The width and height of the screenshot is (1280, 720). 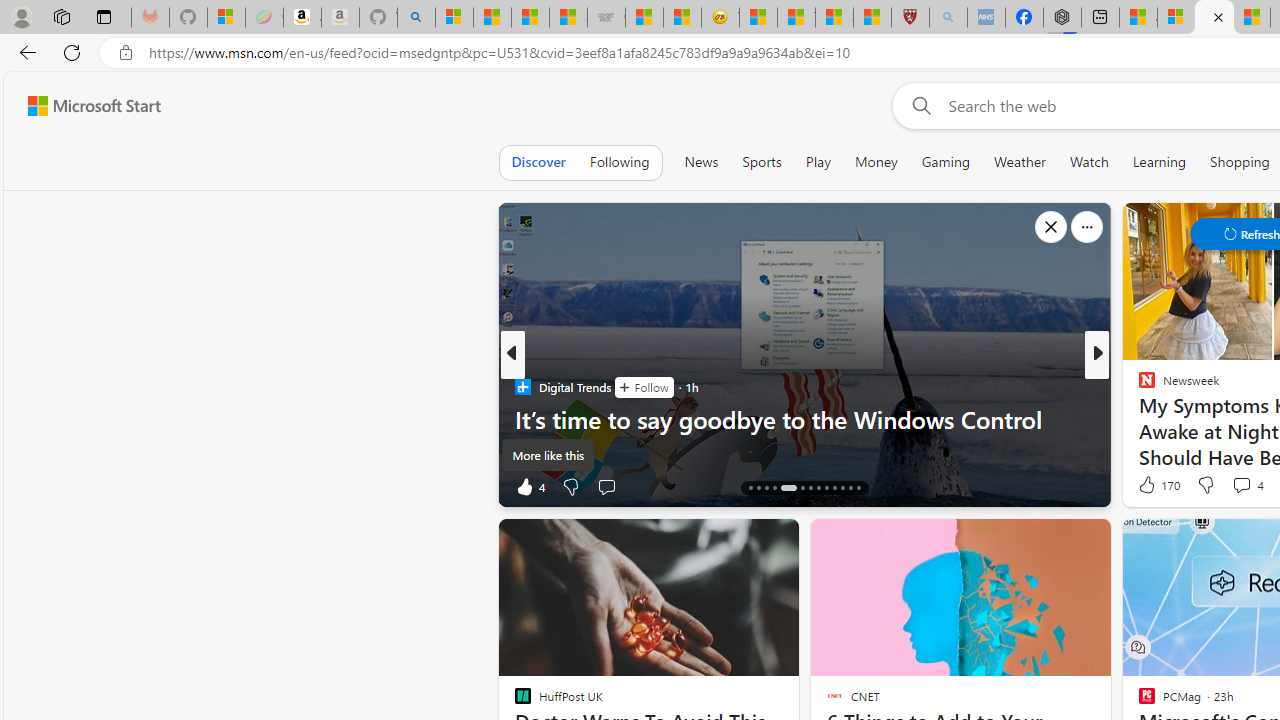 What do you see at coordinates (765, 488) in the screenshot?
I see `'AutomationID: tab-16'` at bounding box center [765, 488].